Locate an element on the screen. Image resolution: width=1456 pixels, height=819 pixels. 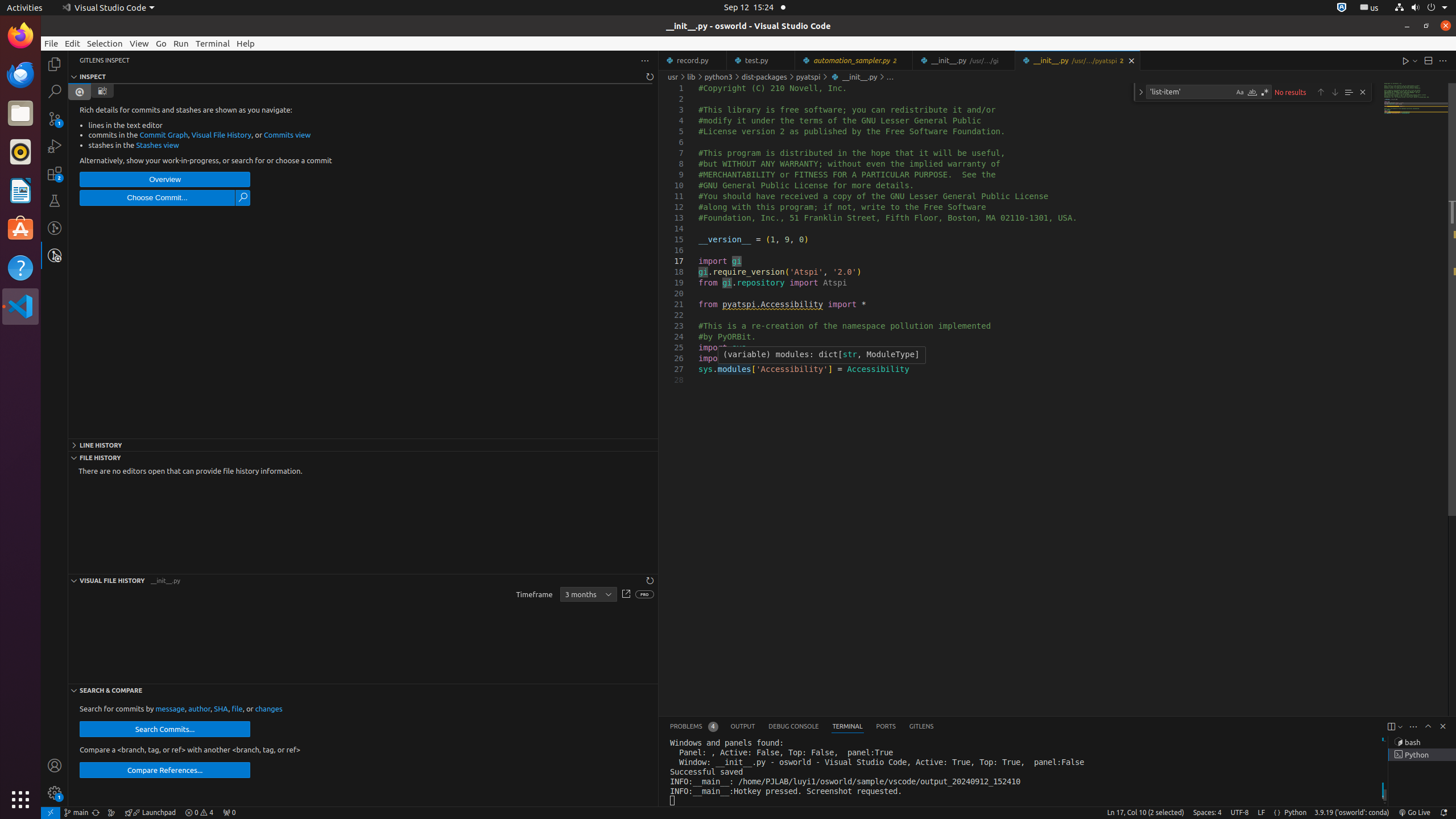
'Open in Editor' is located at coordinates (626, 594).